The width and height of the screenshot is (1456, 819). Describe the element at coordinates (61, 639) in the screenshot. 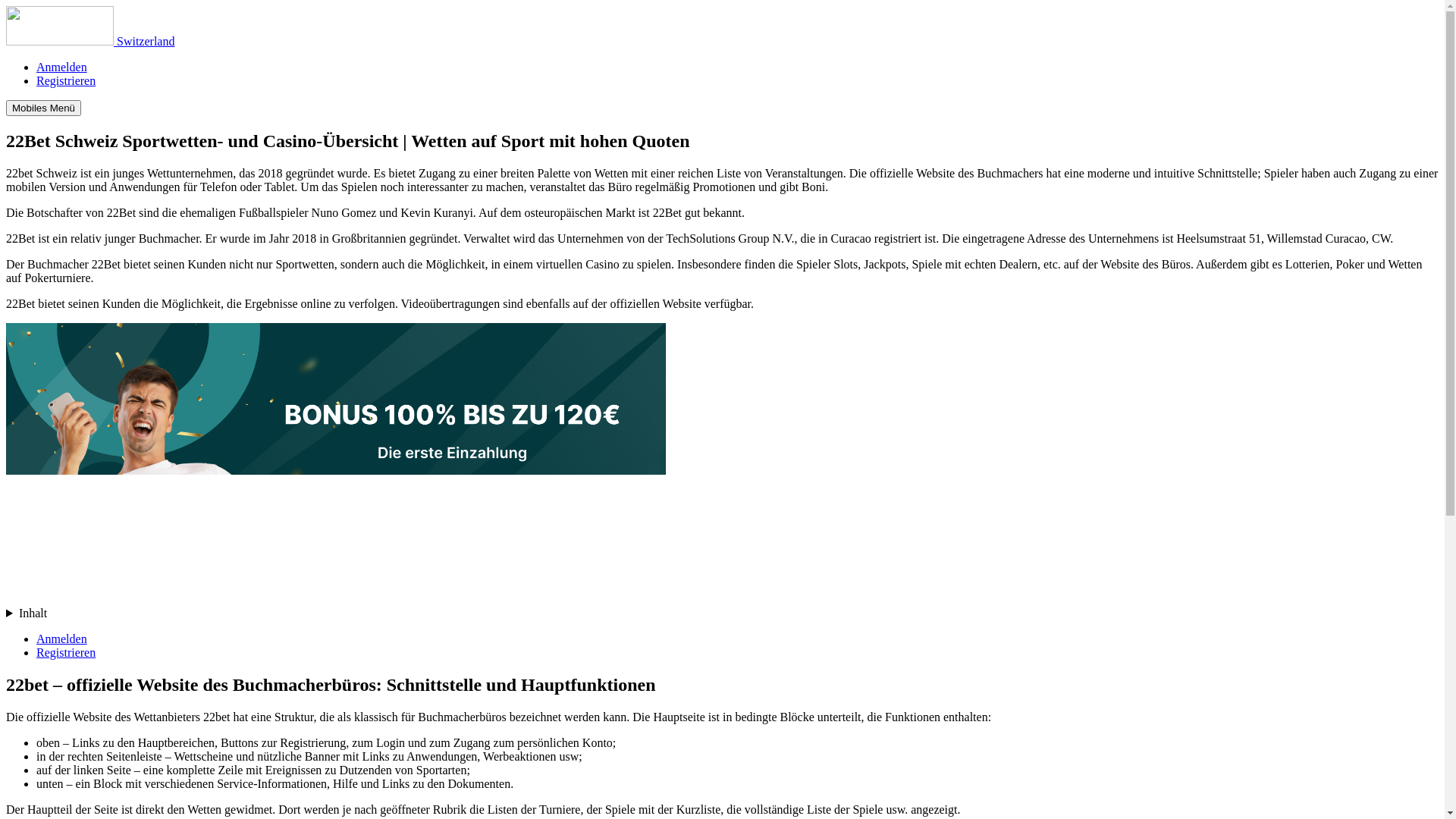

I see `'Anmelden'` at that location.